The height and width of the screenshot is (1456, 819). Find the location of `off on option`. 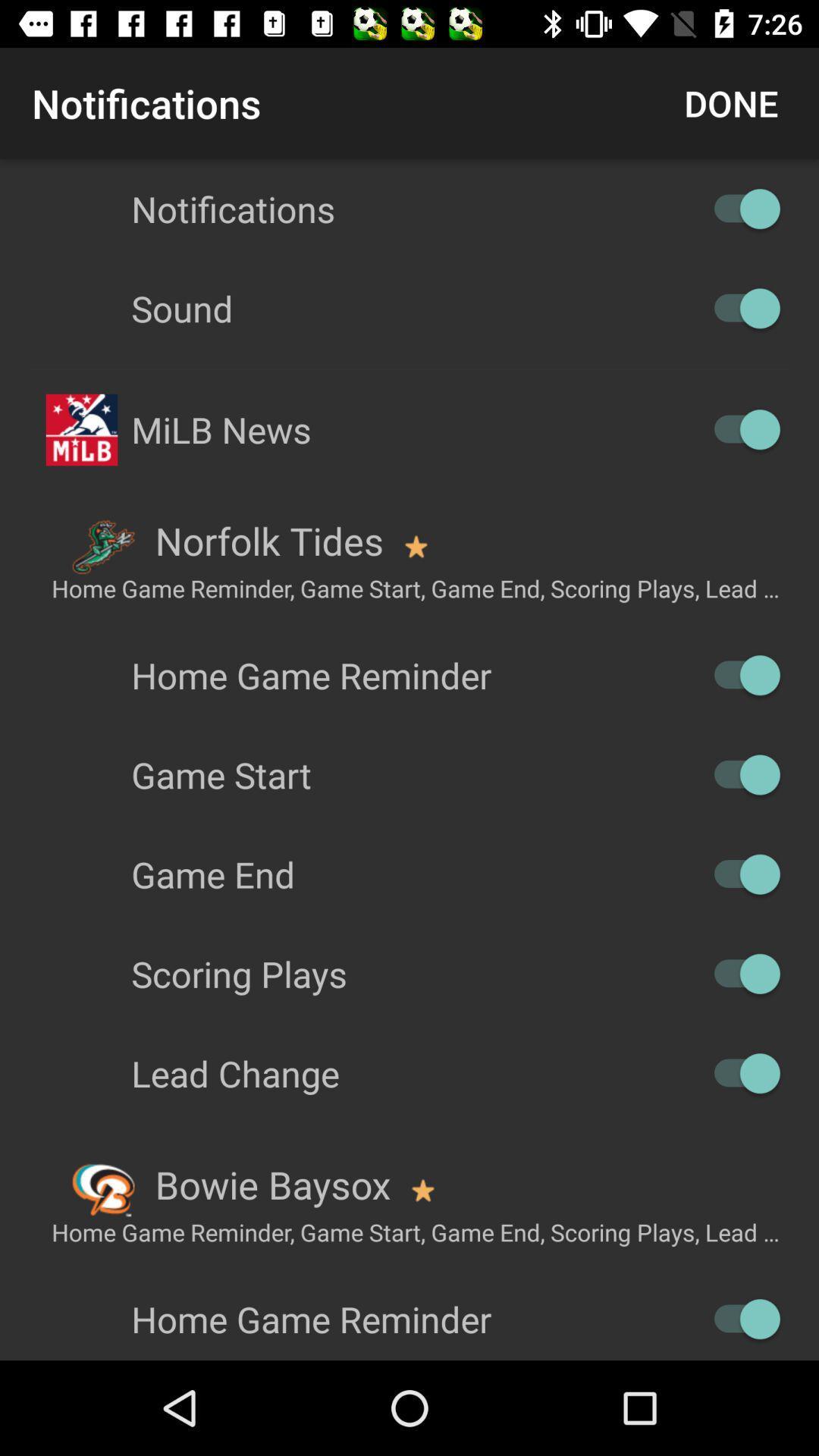

off on option is located at coordinates (739, 874).